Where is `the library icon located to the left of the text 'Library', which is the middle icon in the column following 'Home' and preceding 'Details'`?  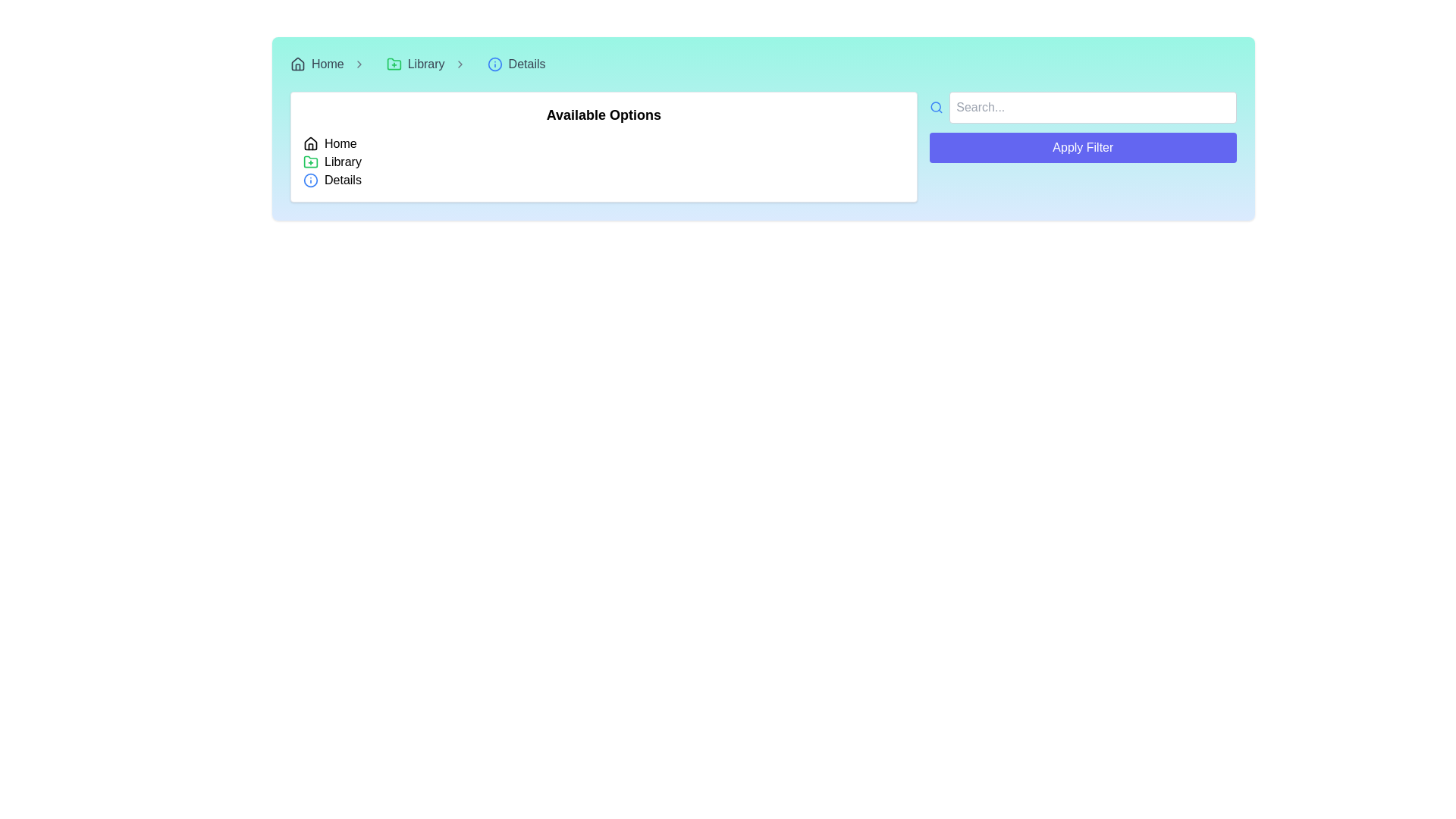 the library icon located to the left of the text 'Library', which is the middle icon in the column following 'Home' and preceding 'Details' is located at coordinates (309, 162).